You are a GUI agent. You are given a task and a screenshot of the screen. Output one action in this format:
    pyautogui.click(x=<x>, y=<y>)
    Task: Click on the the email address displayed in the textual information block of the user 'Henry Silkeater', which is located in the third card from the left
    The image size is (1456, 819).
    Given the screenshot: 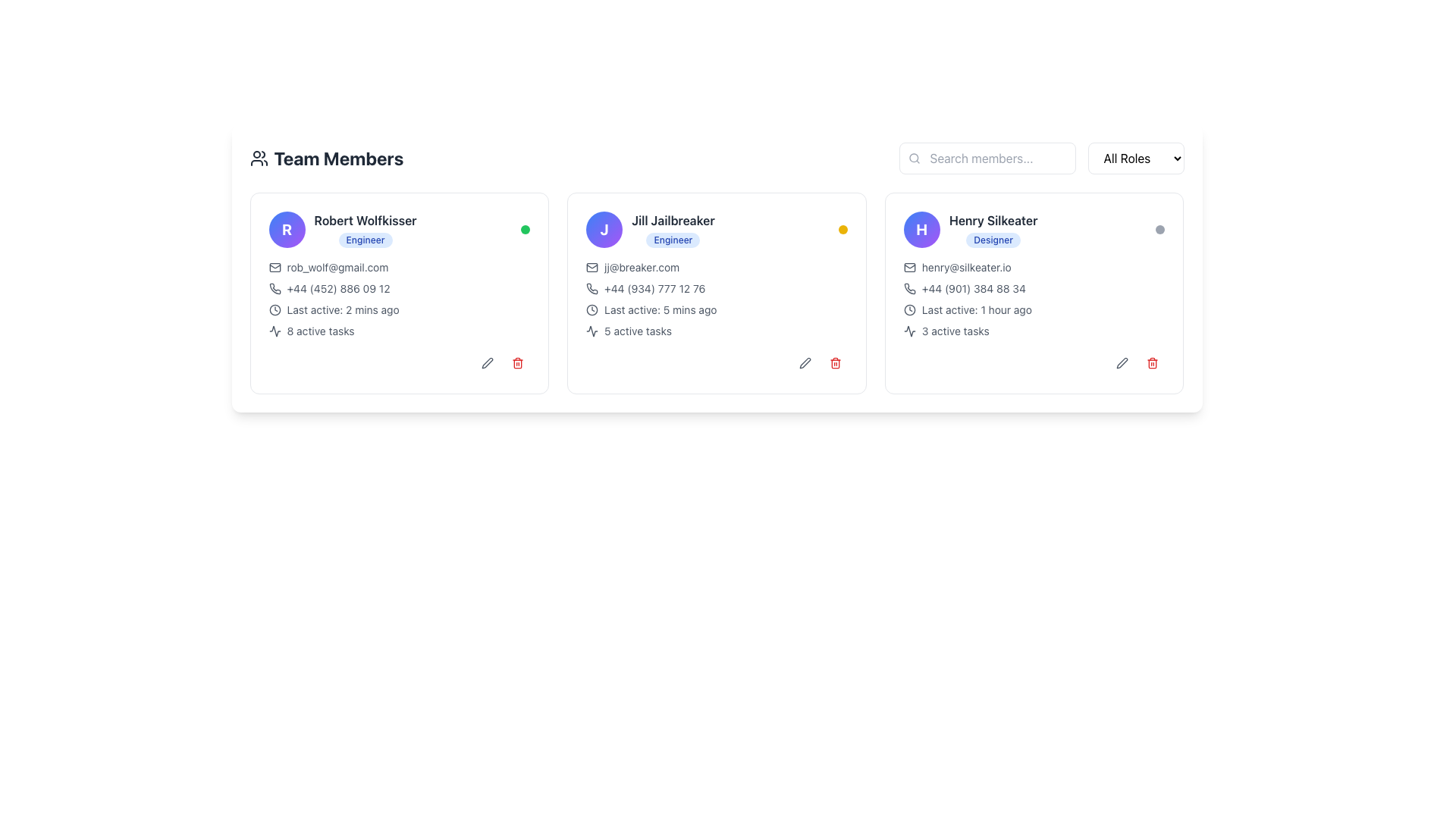 What is the action you would take?
    pyautogui.click(x=1034, y=299)
    